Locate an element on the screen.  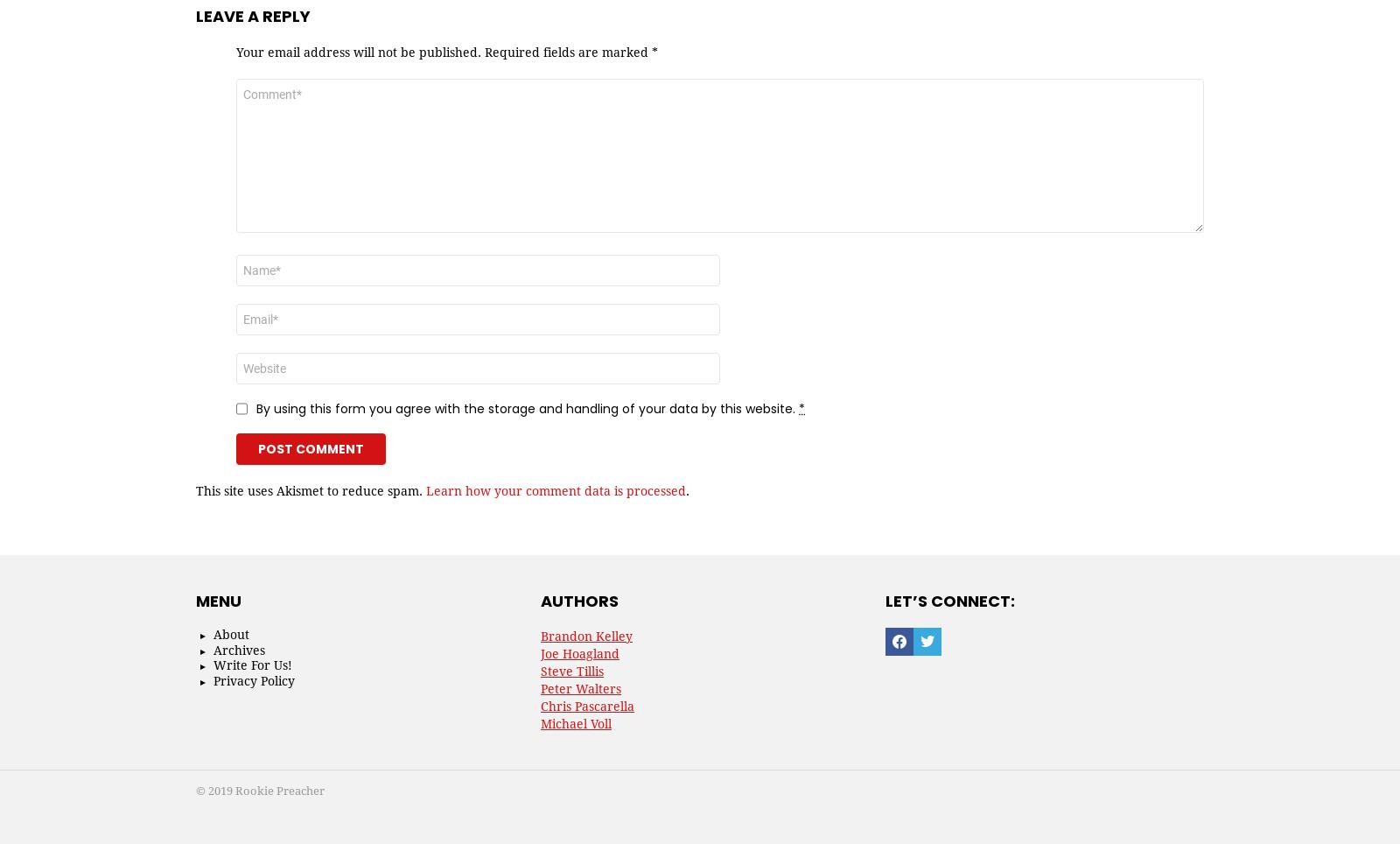
'Peter Walters' is located at coordinates (581, 689).